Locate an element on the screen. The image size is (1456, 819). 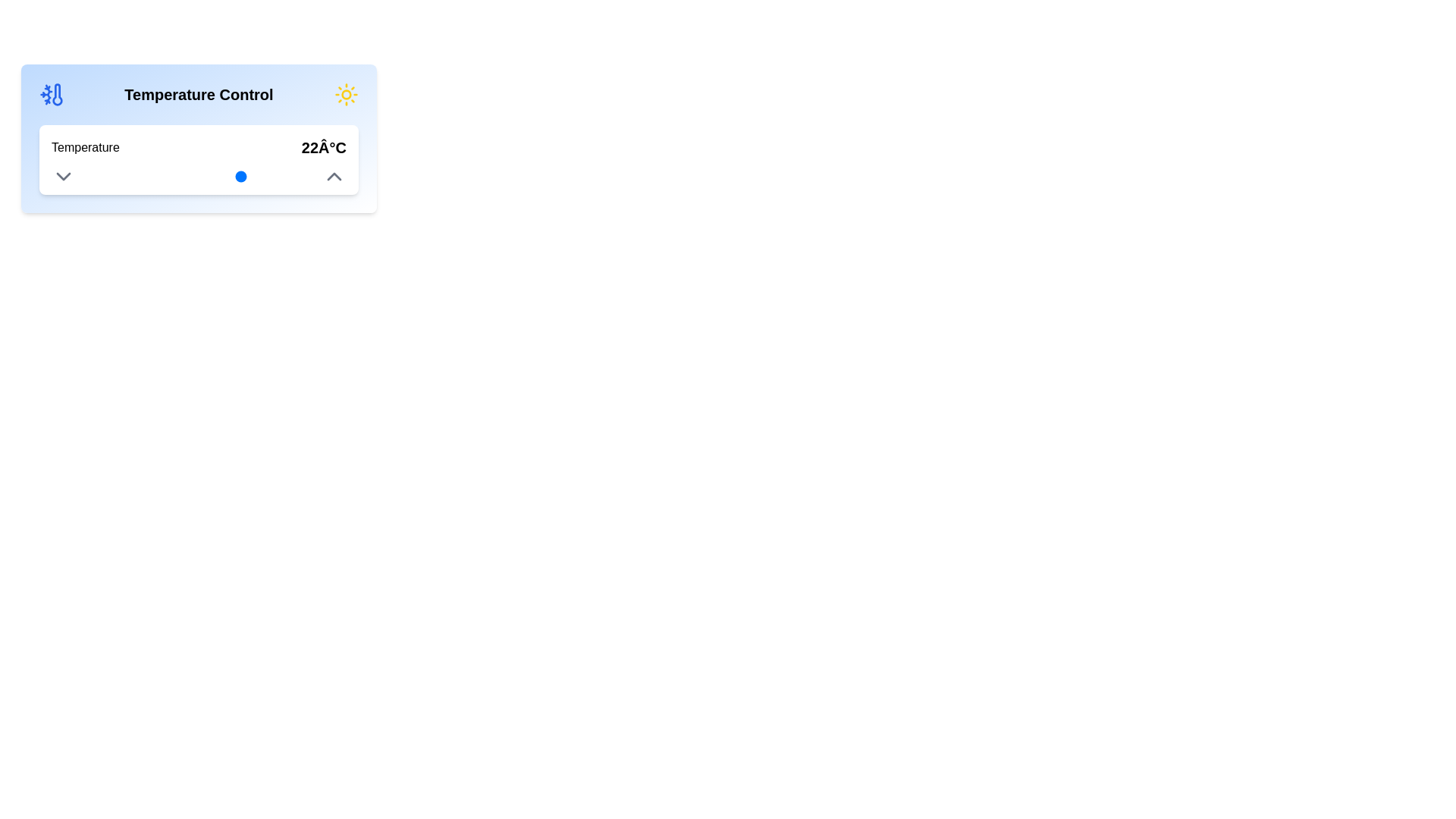
the temperature is located at coordinates (169, 175).